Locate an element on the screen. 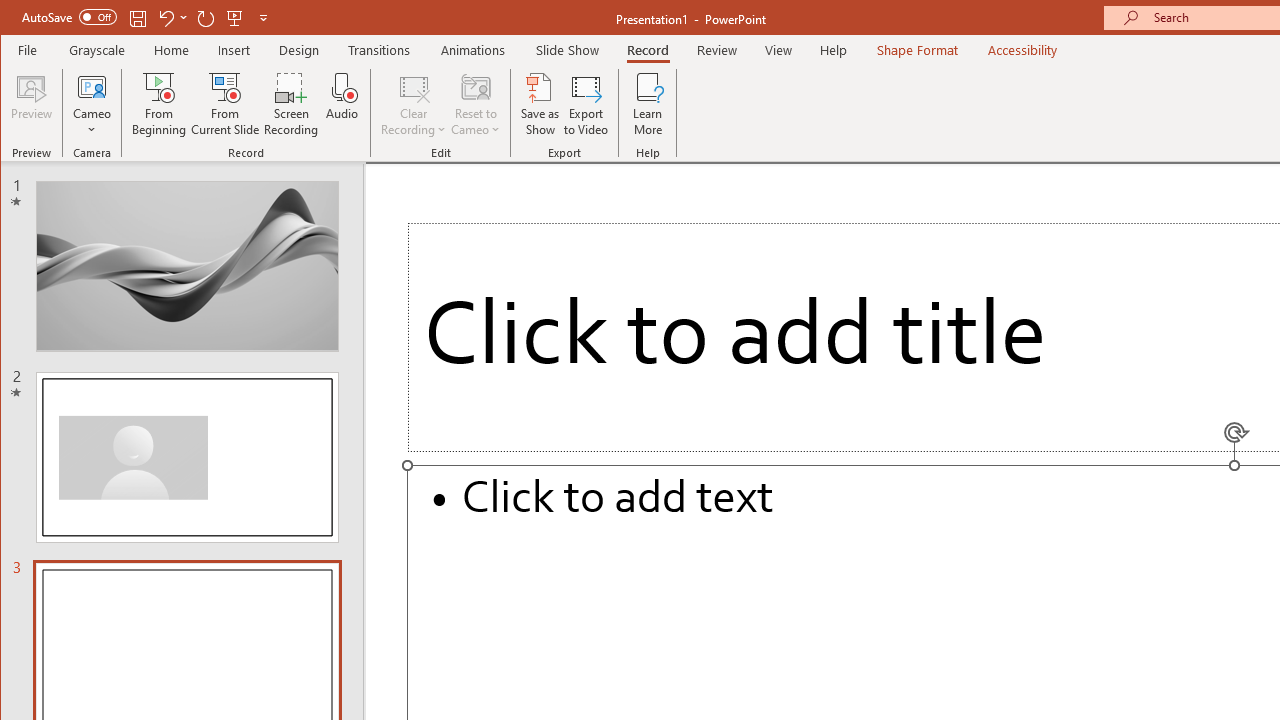 The height and width of the screenshot is (720, 1280). 'Home' is located at coordinates (171, 49).